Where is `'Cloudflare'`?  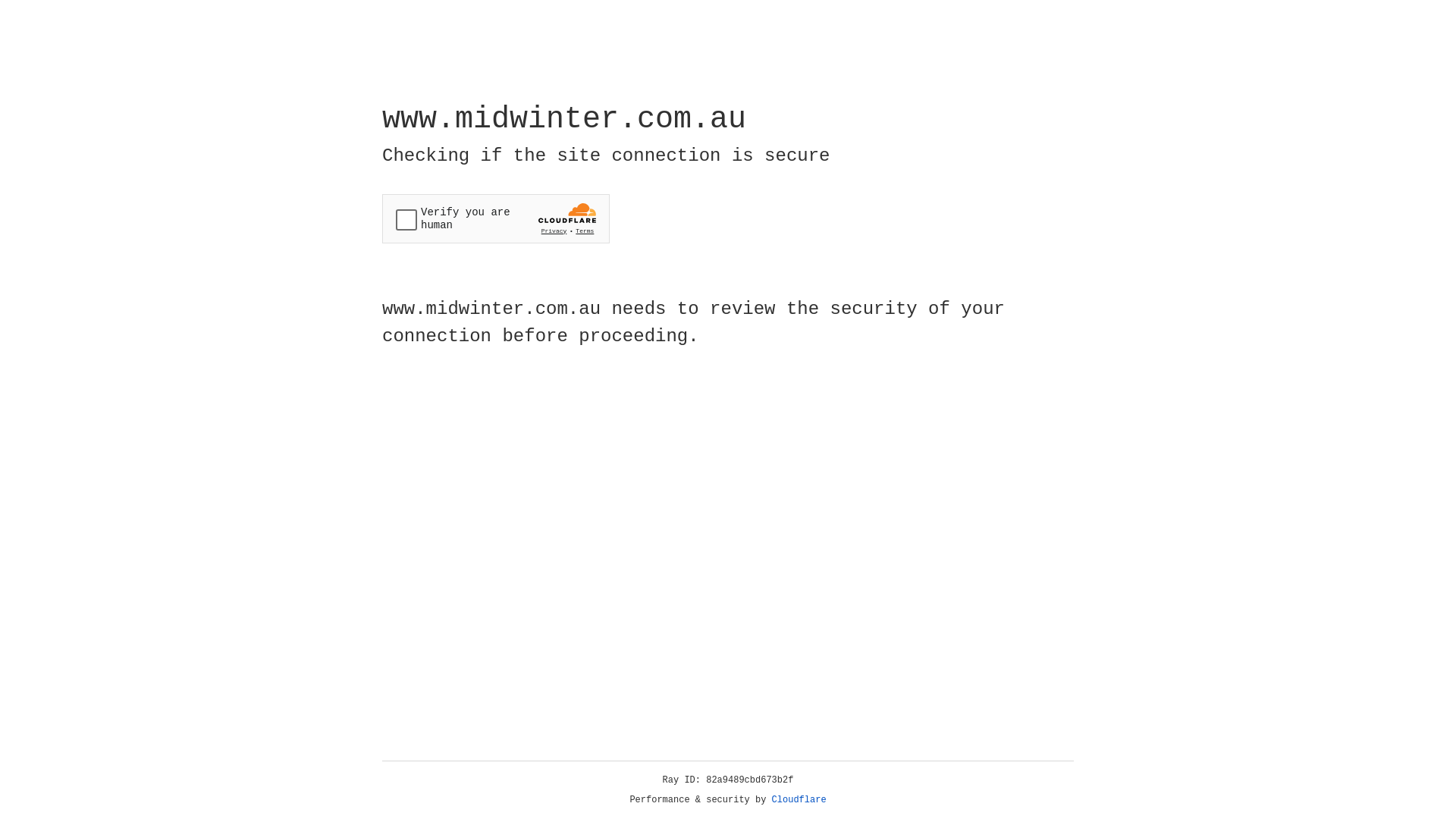 'Cloudflare' is located at coordinates (771, 799).